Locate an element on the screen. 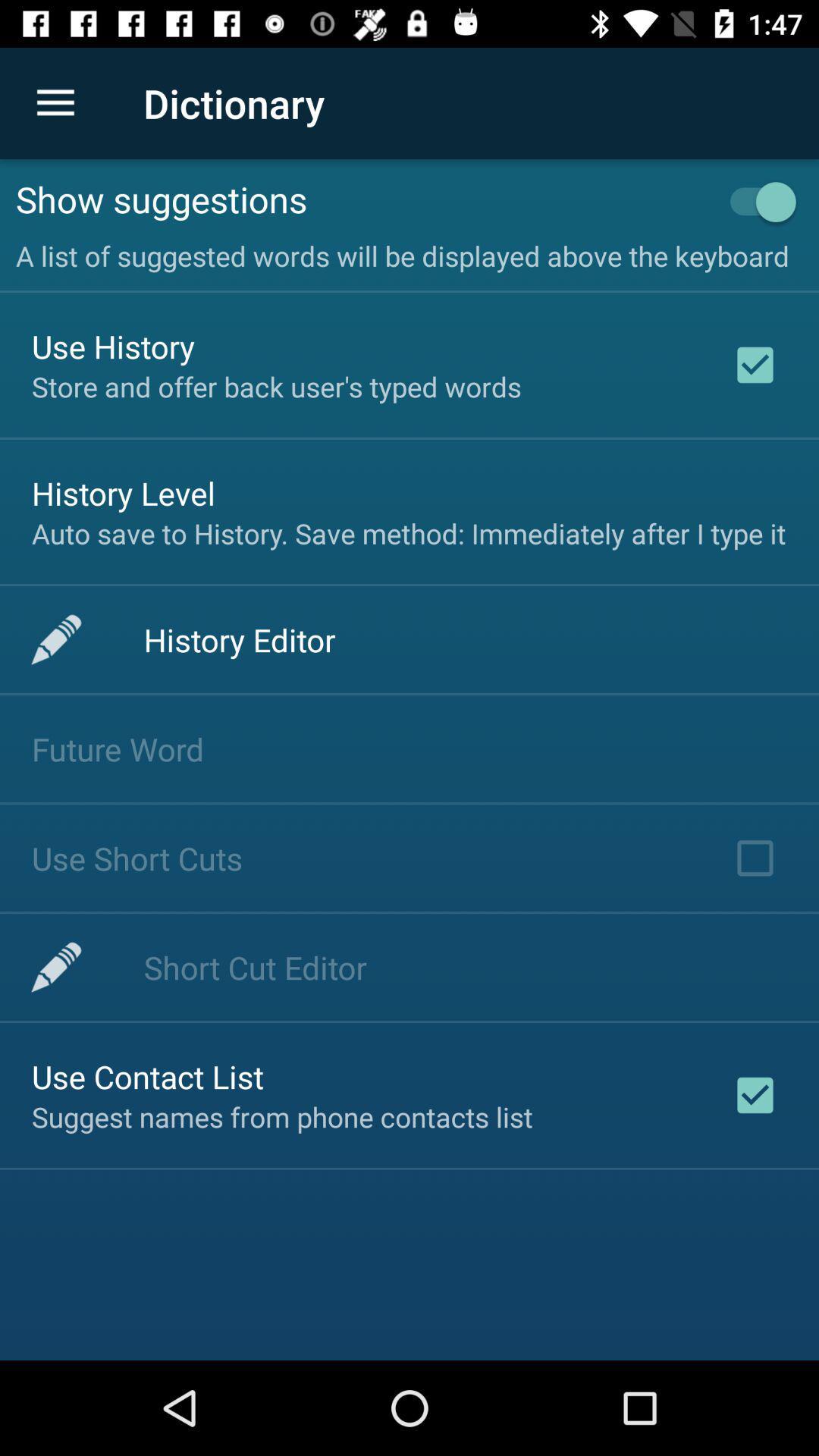 The image size is (819, 1456). auto save to at the center is located at coordinates (408, 533).